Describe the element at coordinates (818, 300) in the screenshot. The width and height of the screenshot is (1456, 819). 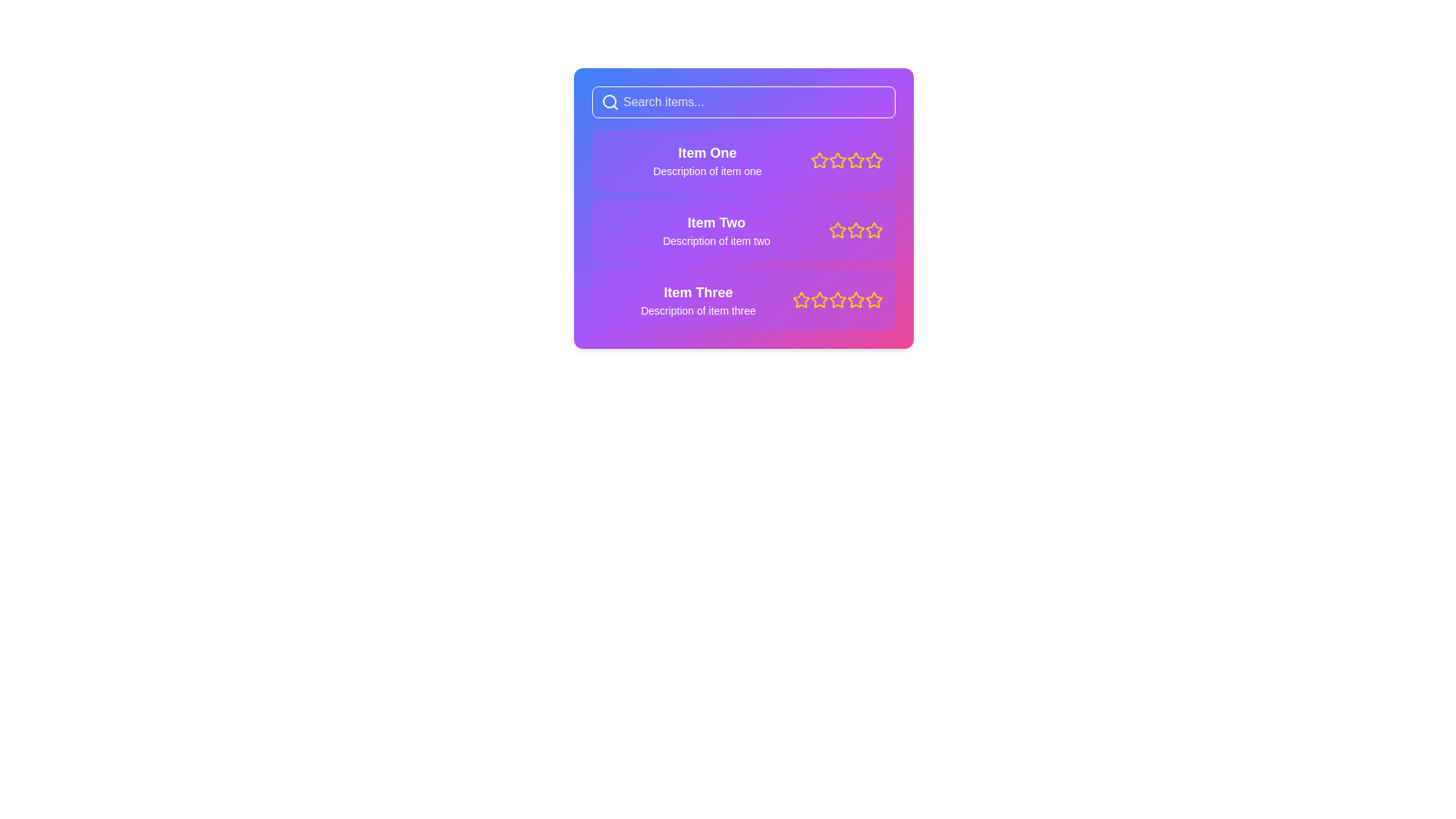
I see `the second yellow outlined star icon in the rating stars set for 'Item Three', which is positioned below the search bar` at that location.